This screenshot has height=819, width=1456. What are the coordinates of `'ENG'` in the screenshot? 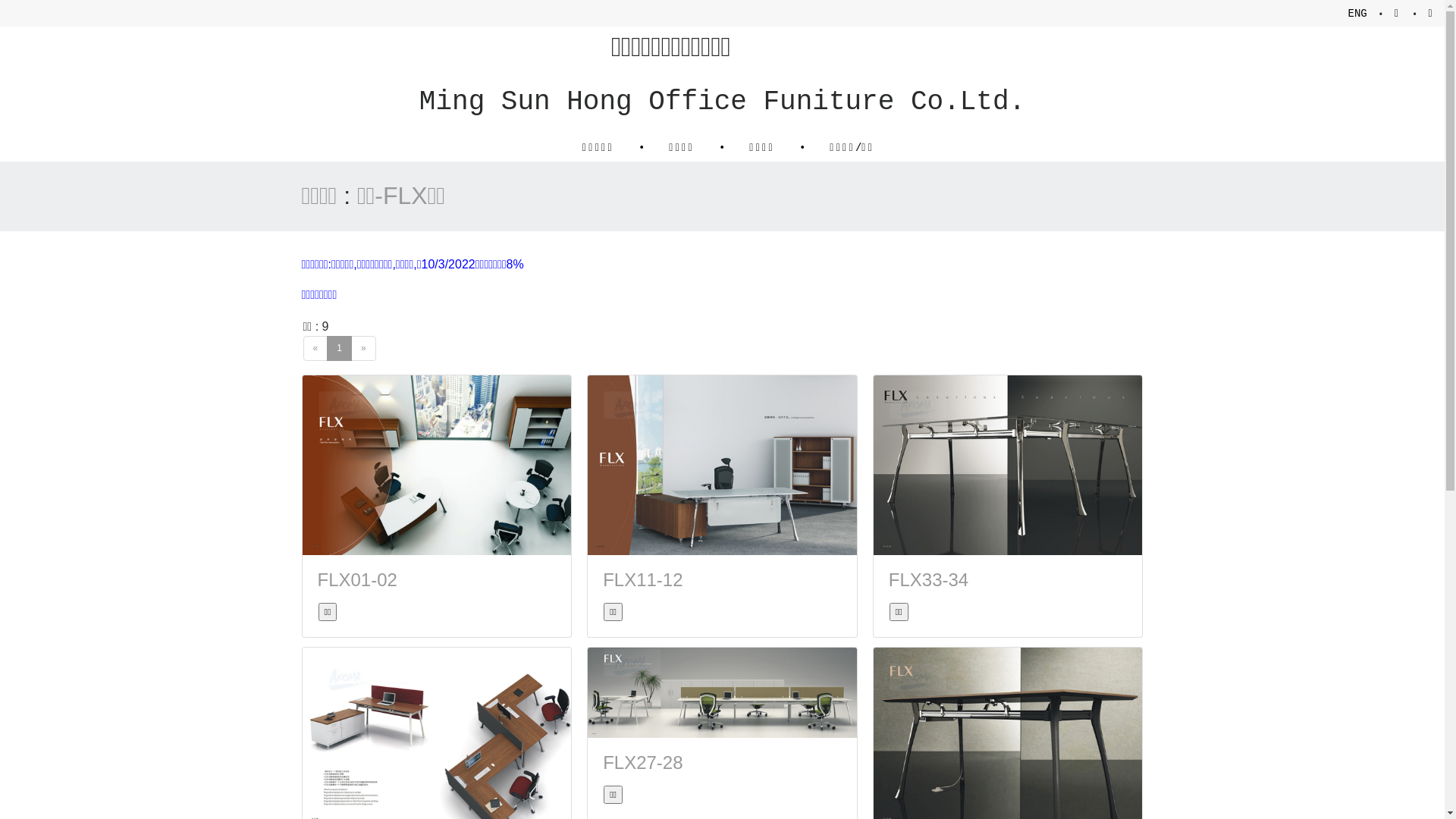 It's located at (1357, 14).